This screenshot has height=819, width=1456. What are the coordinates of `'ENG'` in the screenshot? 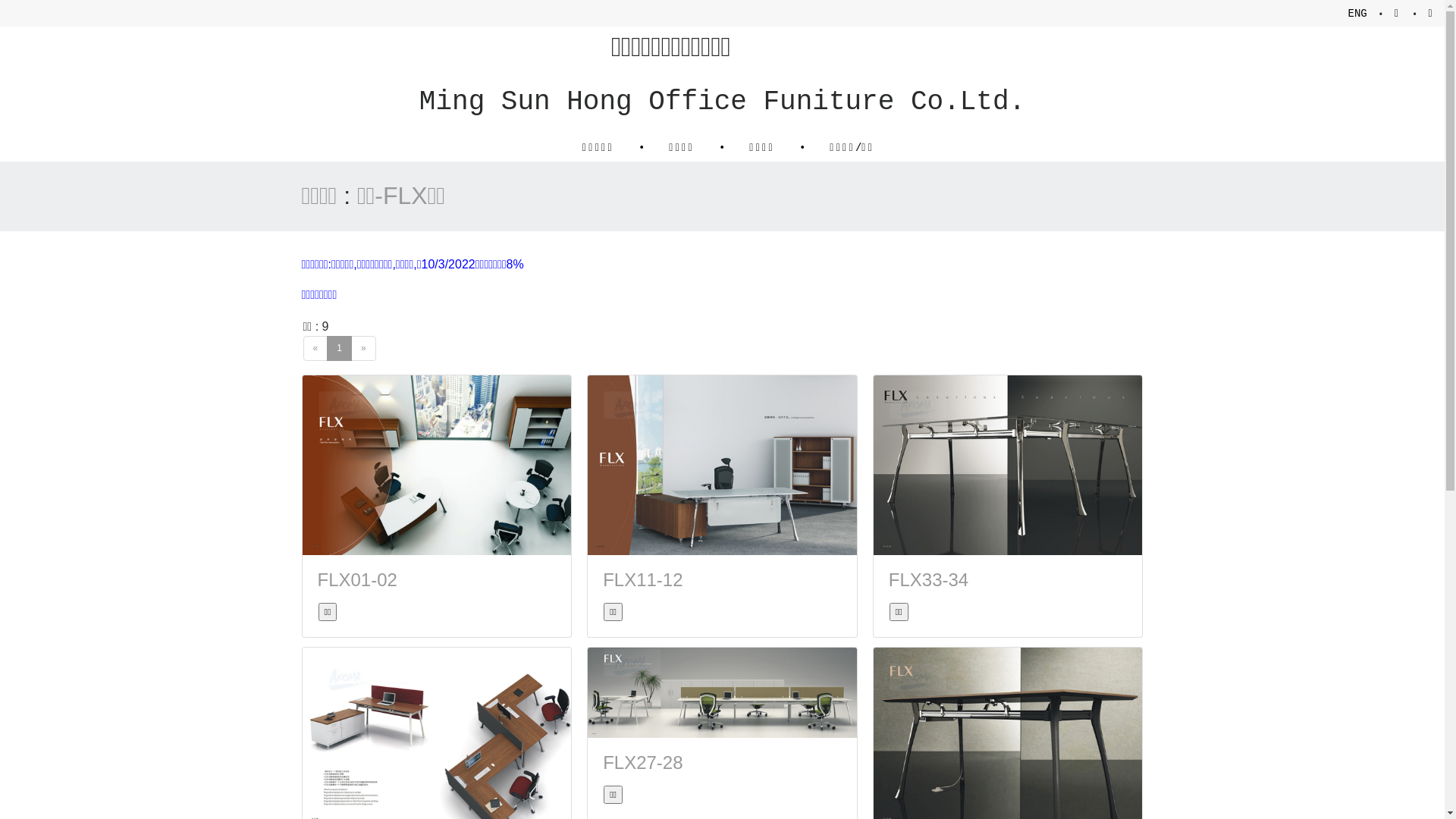 It's located at (1357, 14).